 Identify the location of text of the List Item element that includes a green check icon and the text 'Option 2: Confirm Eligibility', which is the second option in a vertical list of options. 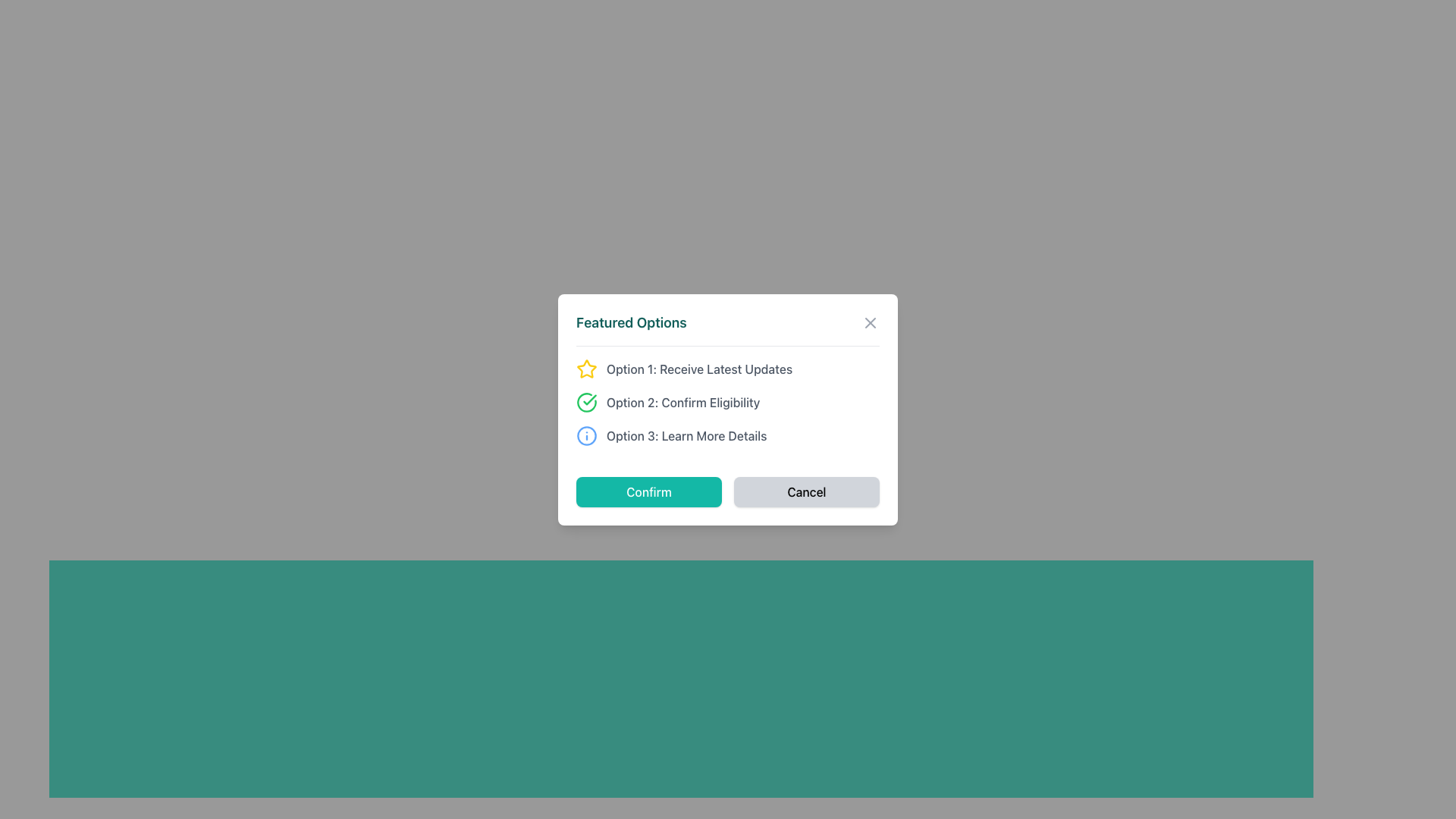
(728, 400).